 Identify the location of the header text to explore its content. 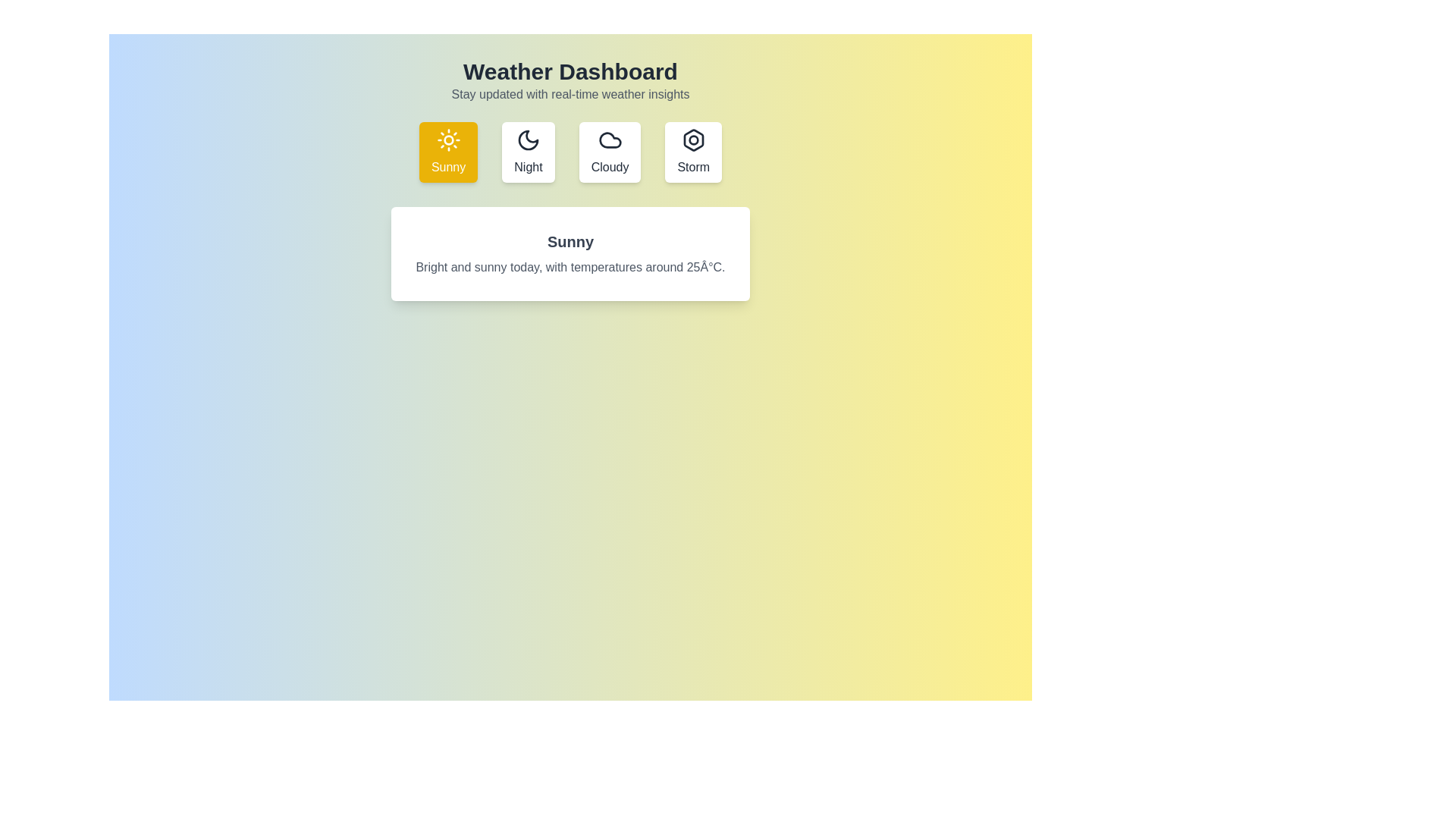
(570, 81).